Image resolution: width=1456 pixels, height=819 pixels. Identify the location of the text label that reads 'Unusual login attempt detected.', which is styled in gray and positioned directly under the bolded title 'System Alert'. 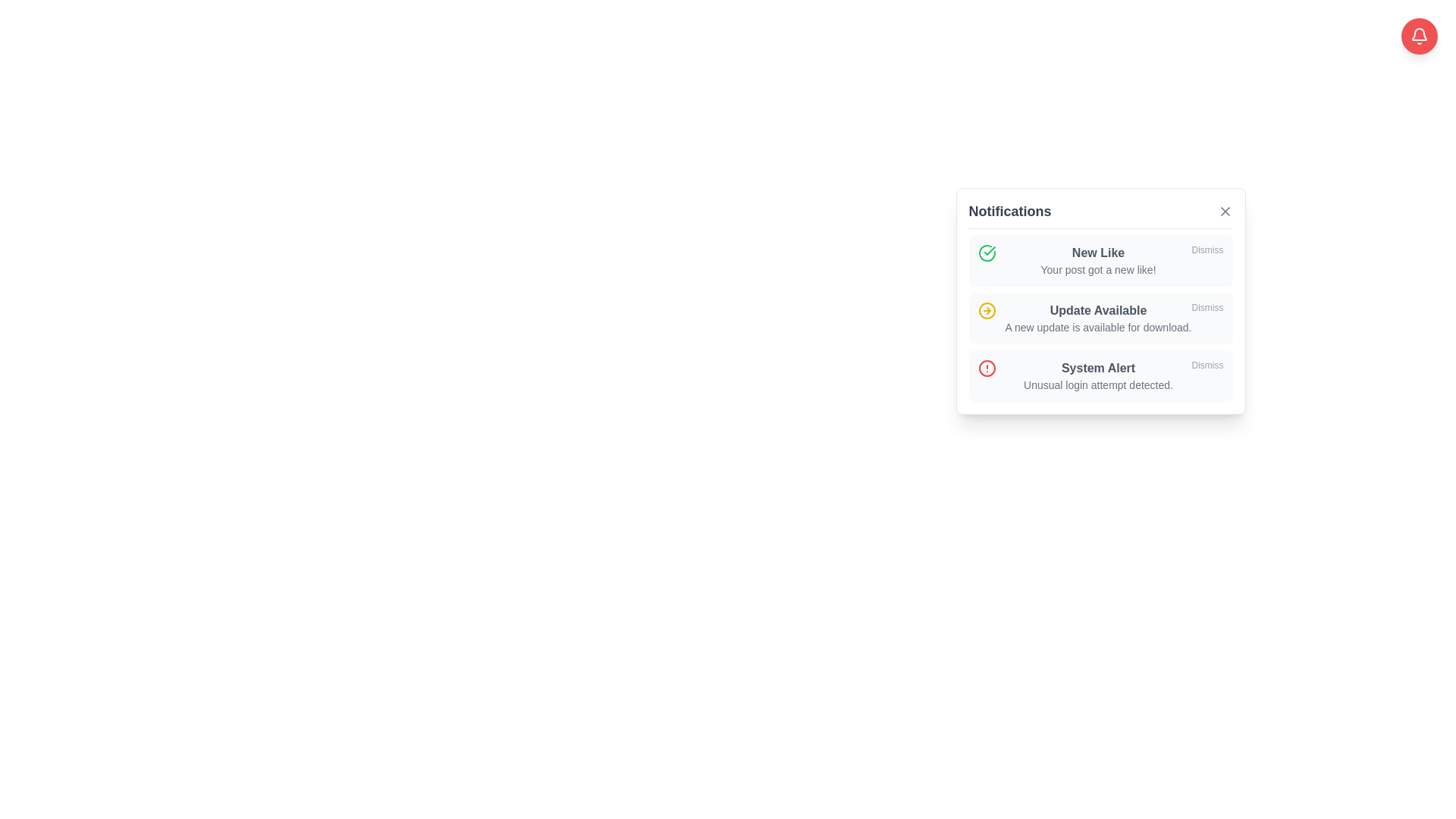
(1098, 384).